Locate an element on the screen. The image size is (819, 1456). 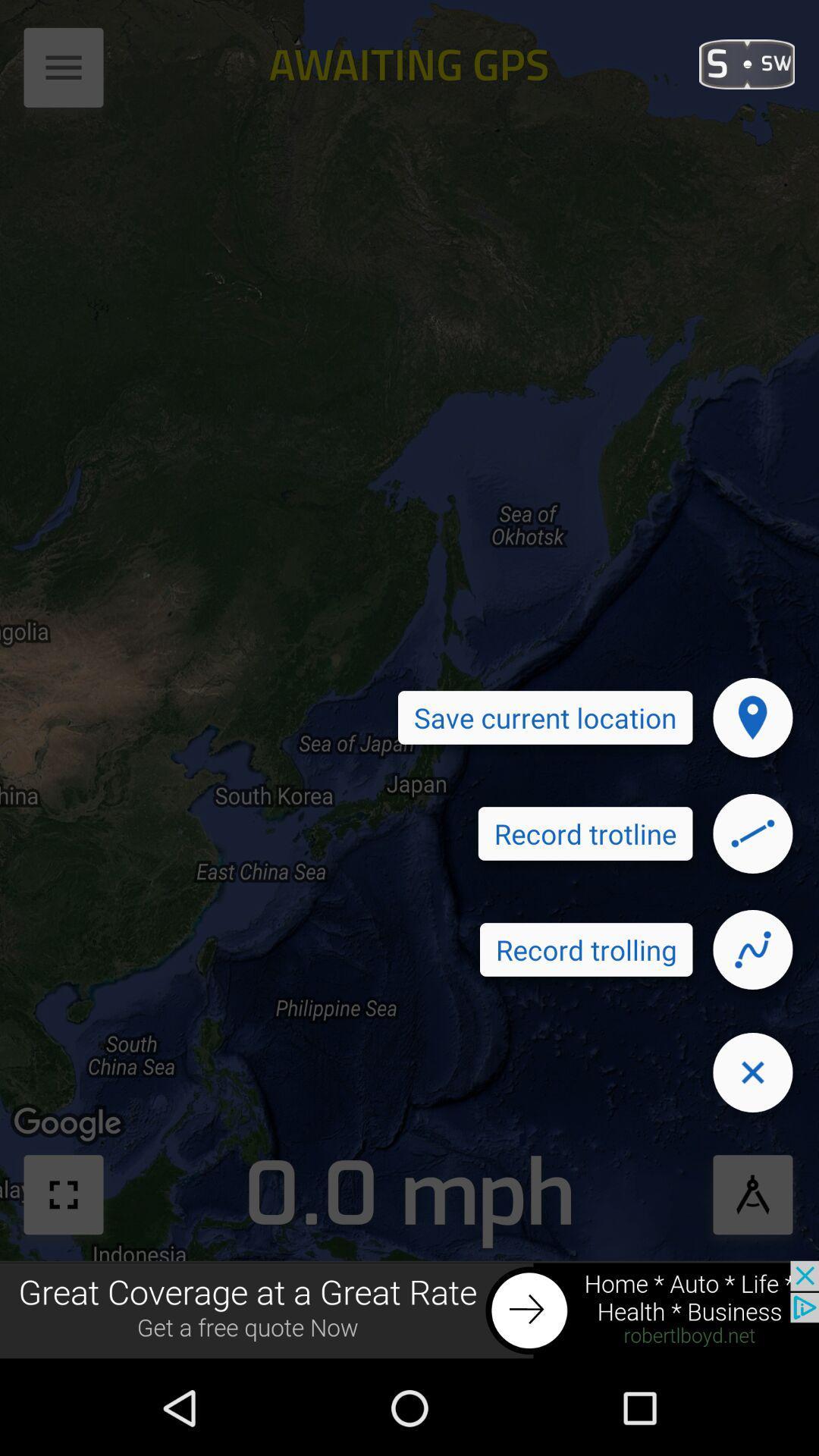
draw the line is located at coordinates (752, 833).